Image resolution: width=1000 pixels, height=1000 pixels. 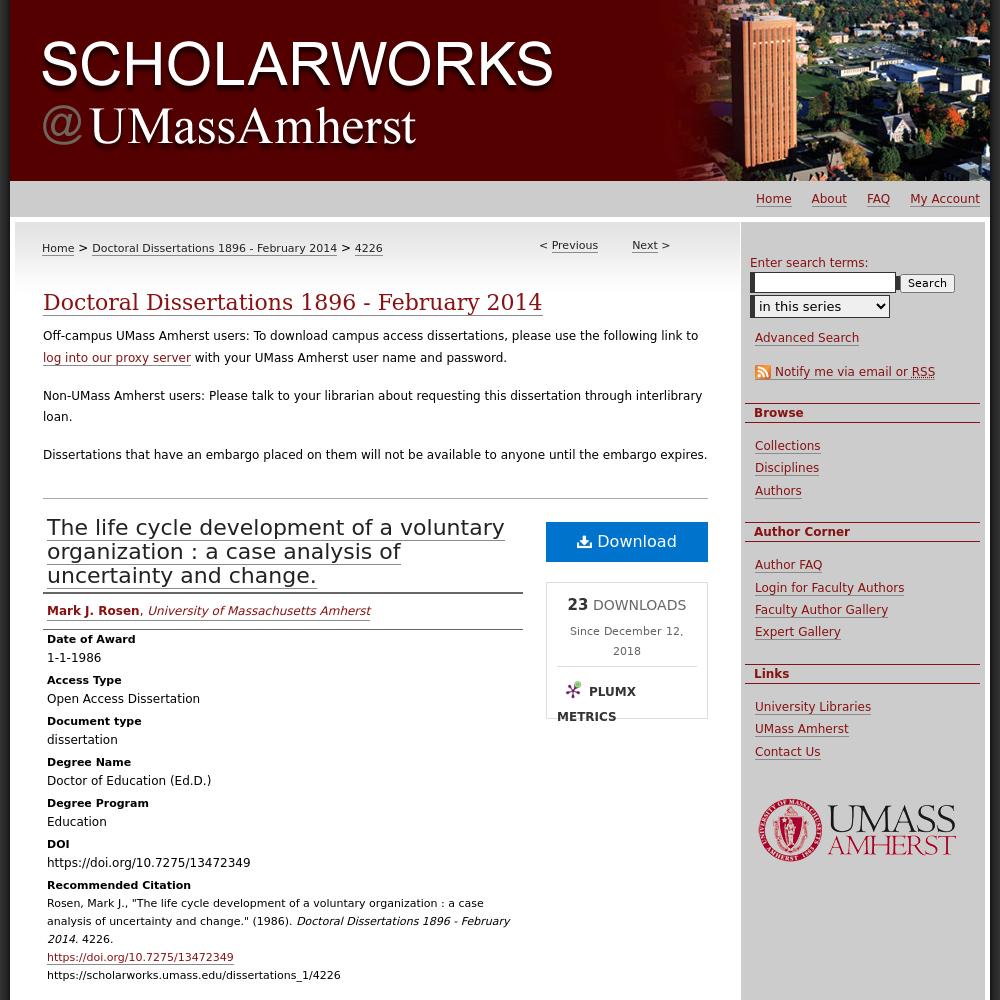 What do you see at coordinates (90, 639) in the screenshot?
I see `'Date of Award'` at bounding box center [90, 639].